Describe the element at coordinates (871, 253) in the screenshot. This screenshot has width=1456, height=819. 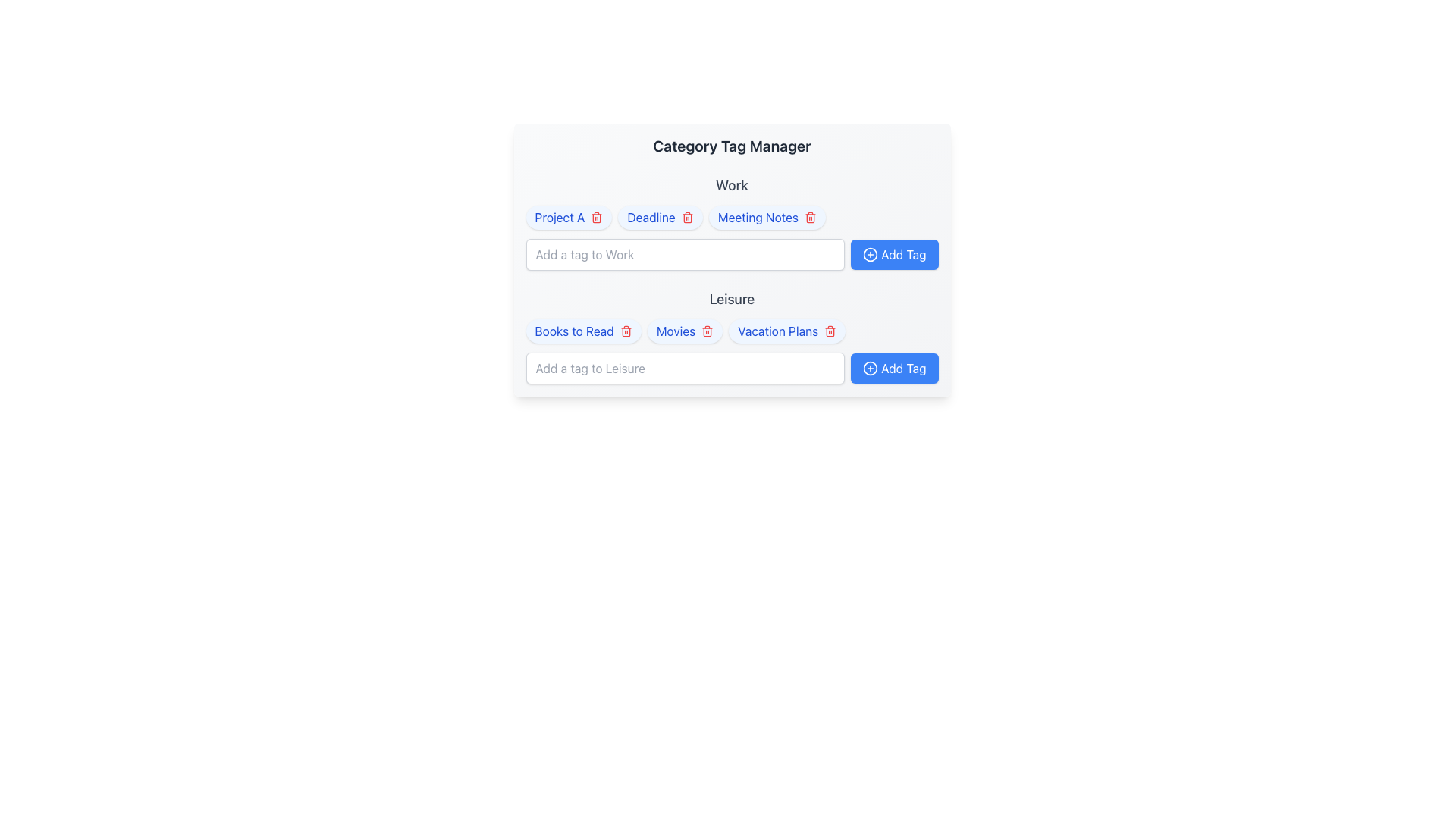
I see `the circular 'Add Tag' icon with a plus symbol, located to the left of the button's text in the 'Work' category section` at that location.